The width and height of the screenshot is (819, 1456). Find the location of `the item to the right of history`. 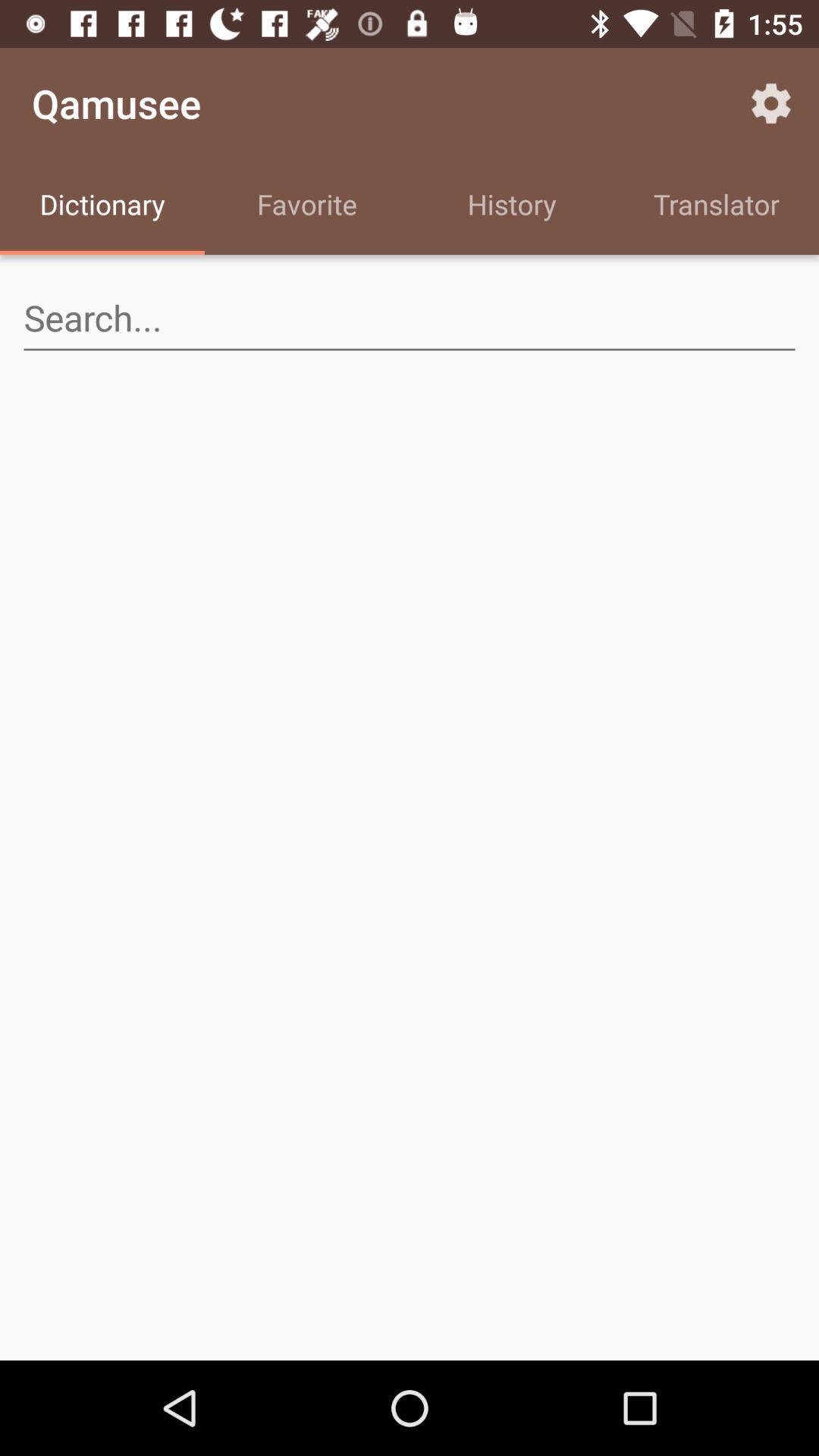

the item to the right of history is located at coordinates (771, 102).